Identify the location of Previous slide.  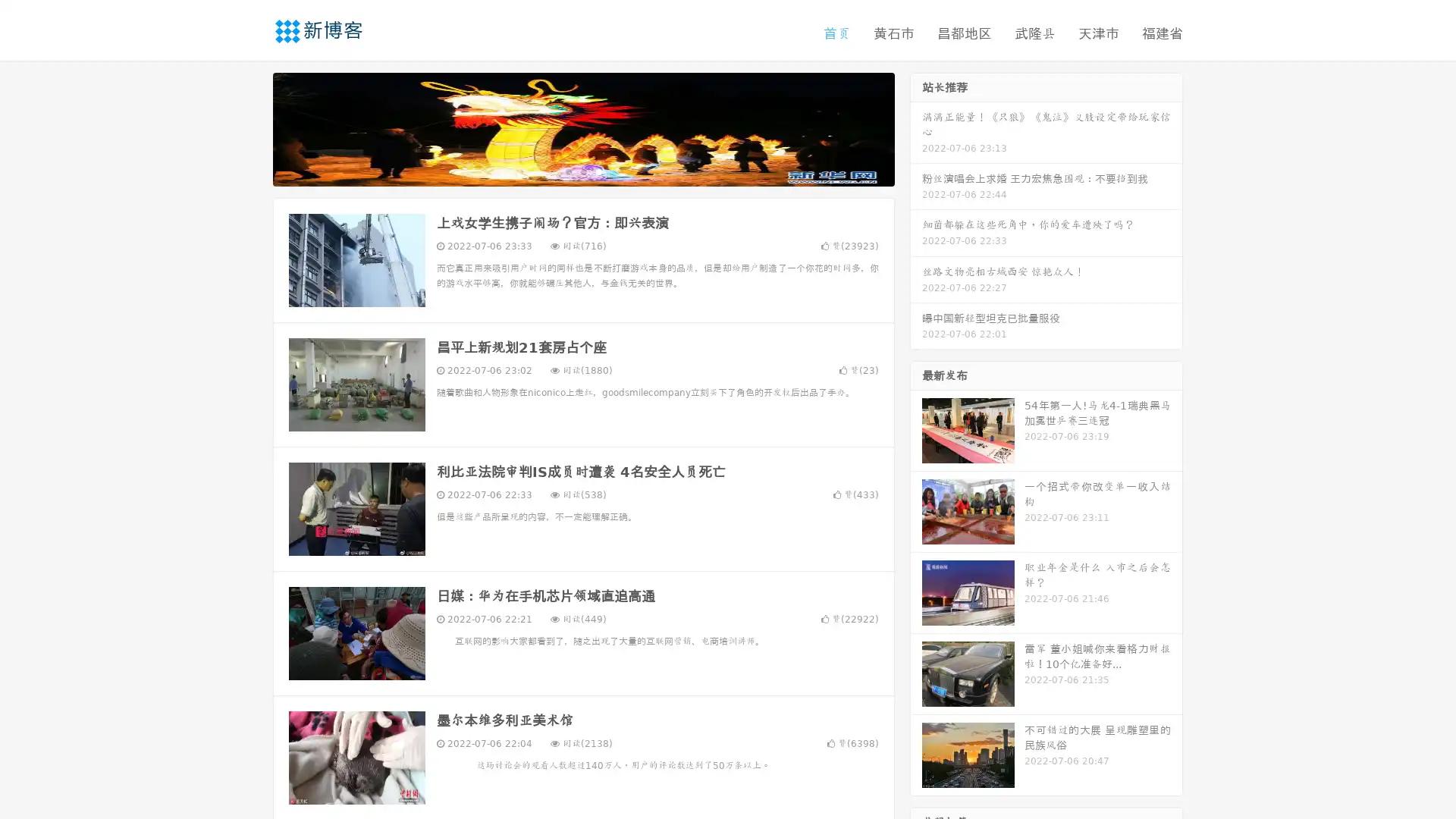
(250, 127).